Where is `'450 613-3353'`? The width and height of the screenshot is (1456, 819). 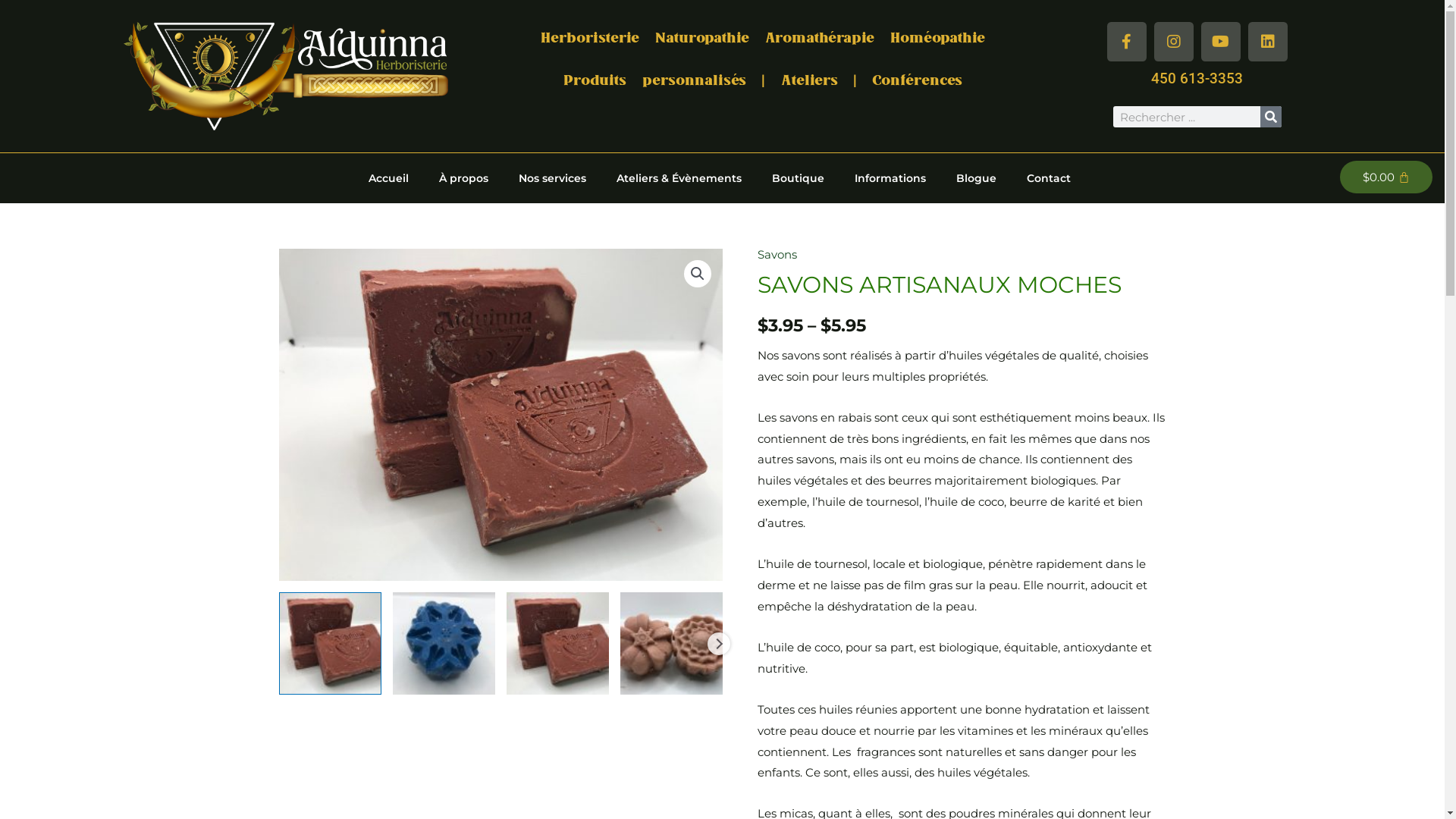
'450 613-3353' is located at coordinates (1196, 78).